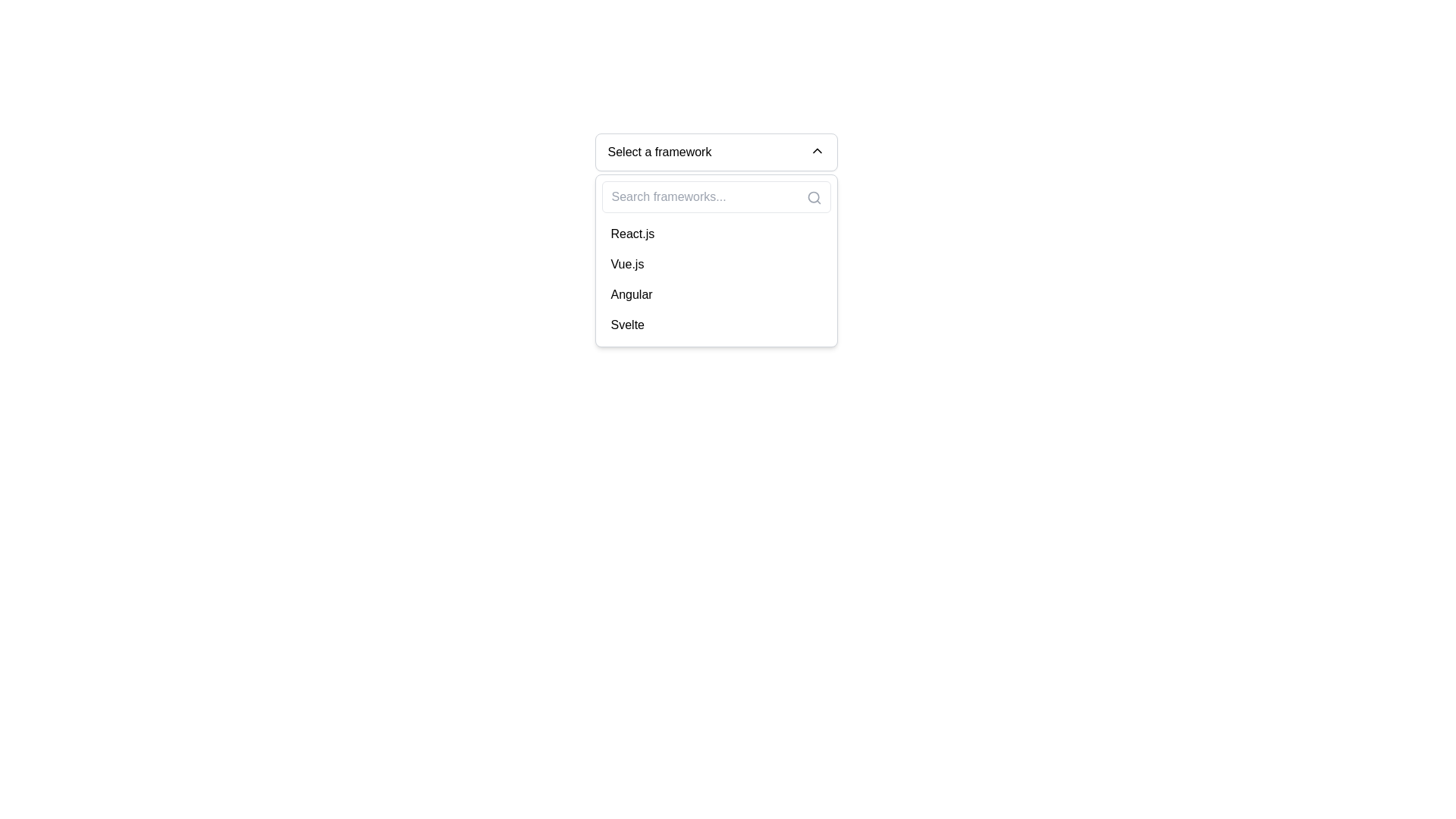 Image resolution: width=1456 pixels, height=819 pixels. I want to click on the list item displaying 'React.js', so click(715, 234).